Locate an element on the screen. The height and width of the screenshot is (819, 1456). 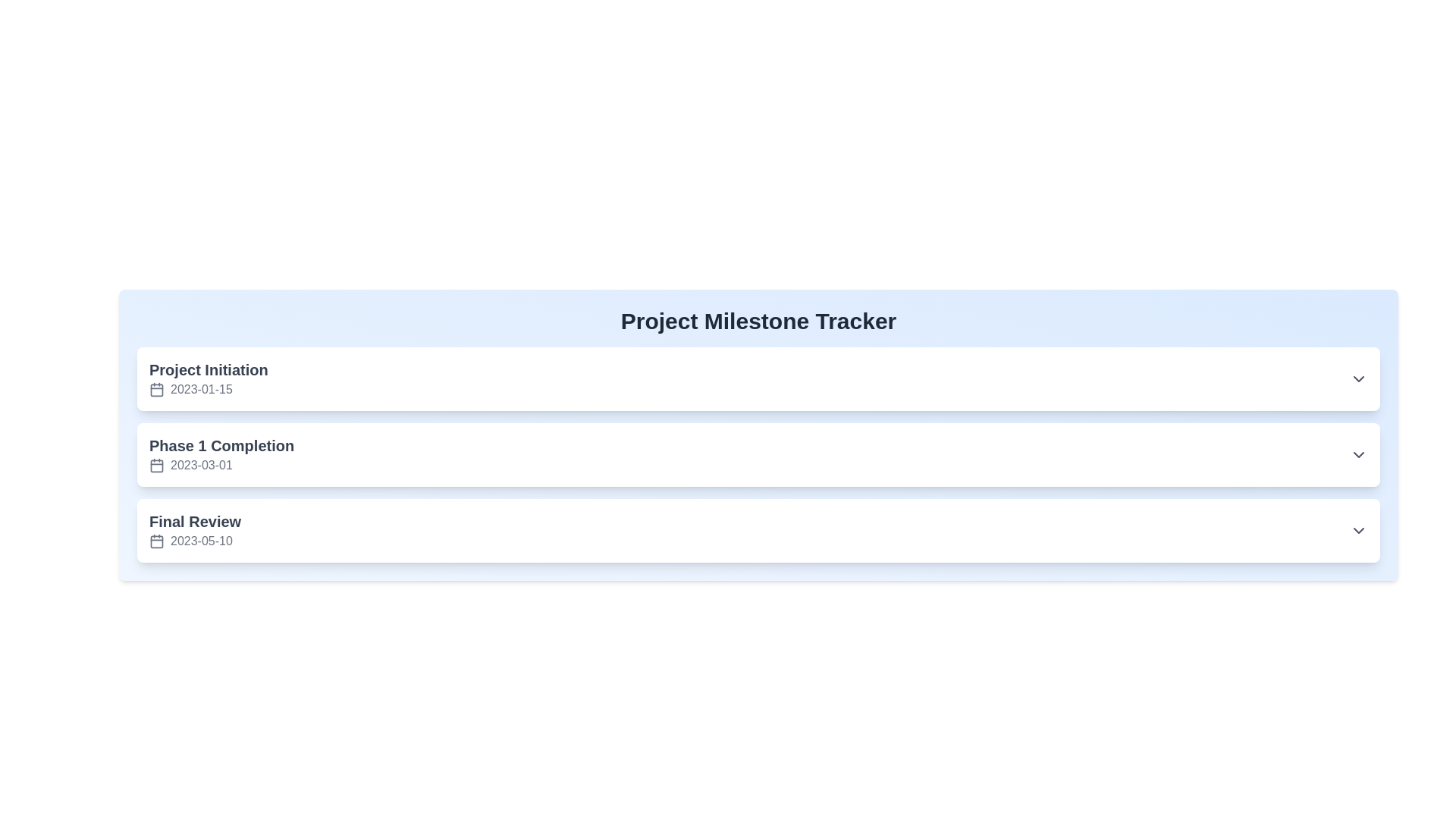
the small rectangular calendar icon component with a red background, positioned to the left of the text '2023-01-15' under the 'Project Initiation' milestone entry is located at coordinates (156, 388).